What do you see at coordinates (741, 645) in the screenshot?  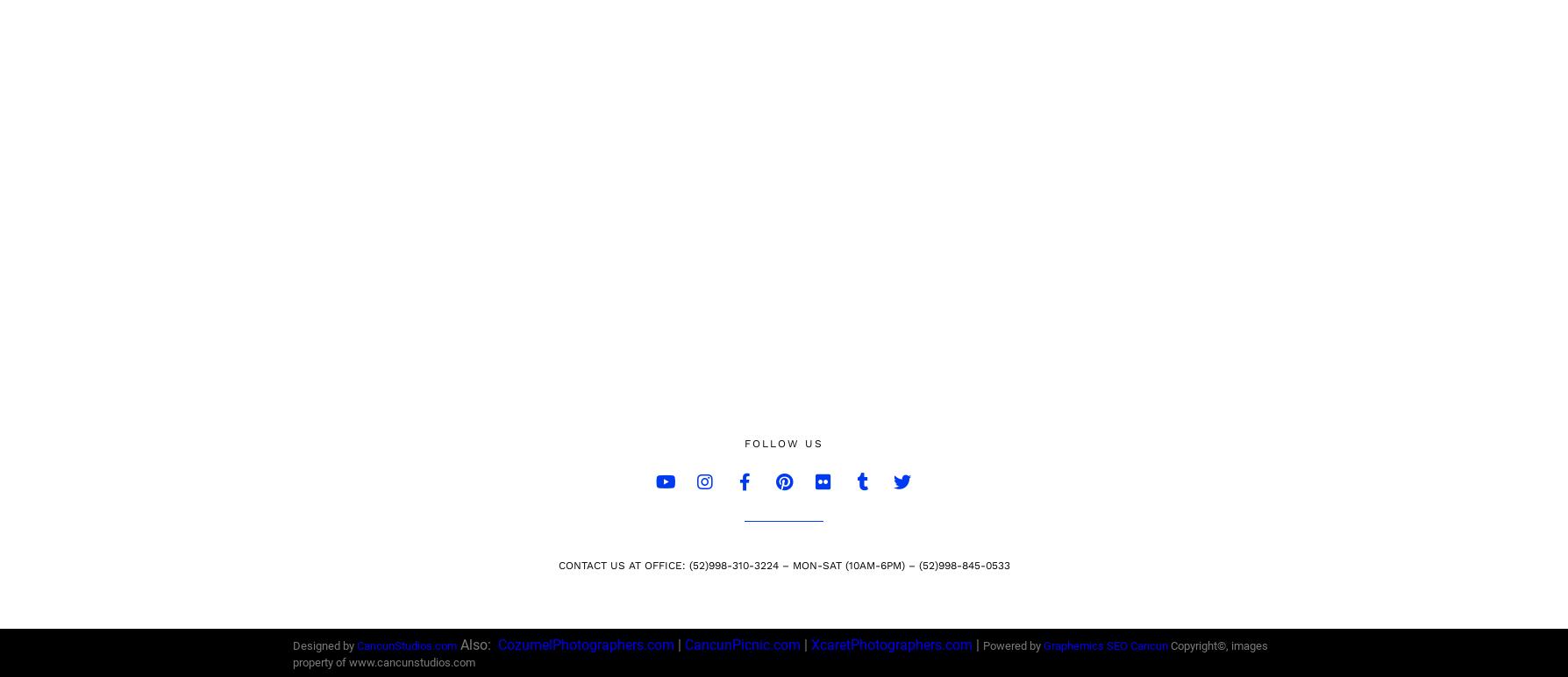 I see `'CancunPicnic.com'` at bounding box center [741, 645].